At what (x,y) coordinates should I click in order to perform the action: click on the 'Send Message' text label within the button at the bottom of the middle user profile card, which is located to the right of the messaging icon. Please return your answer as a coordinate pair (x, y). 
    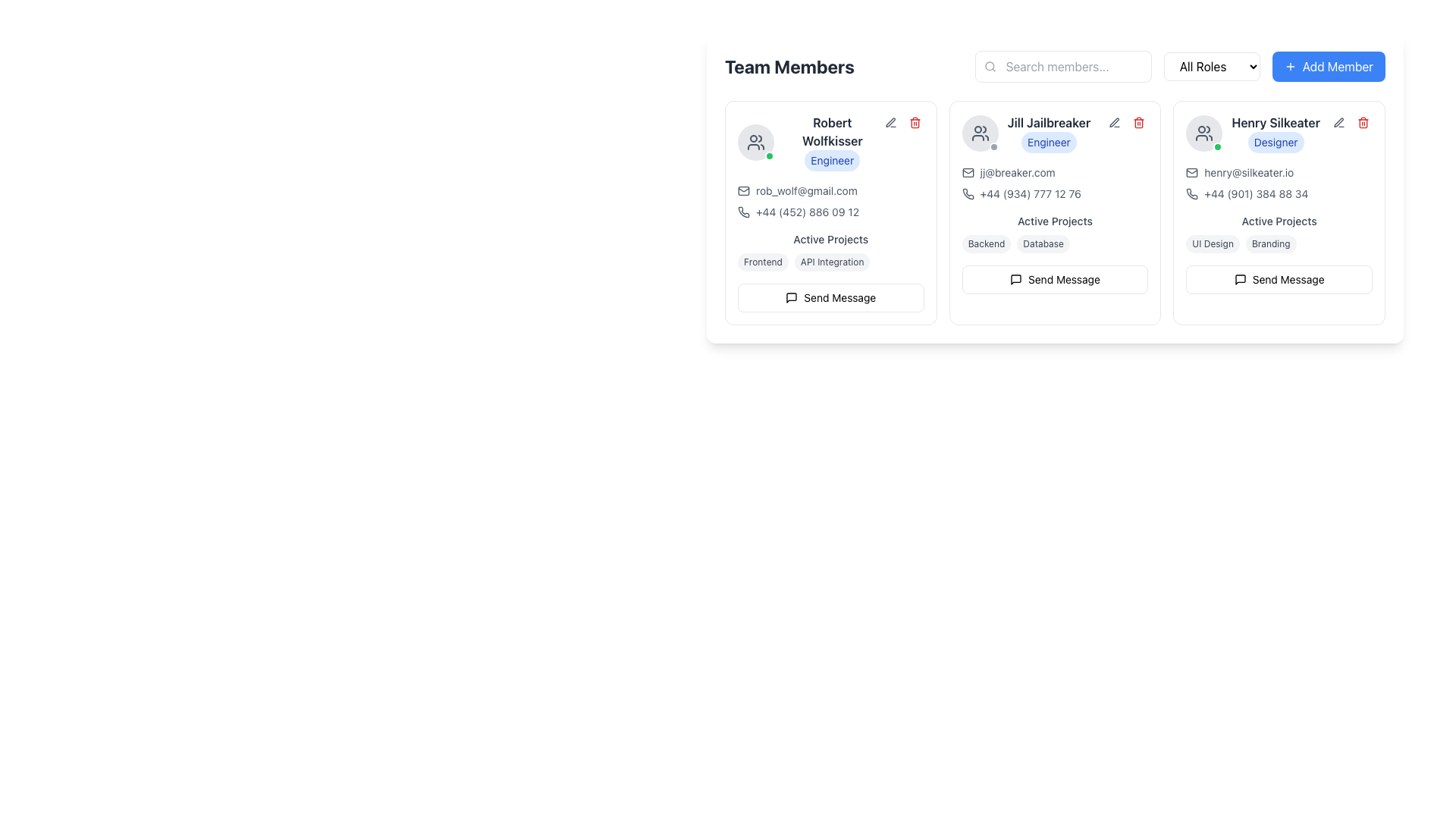
    Looking at the image, I should click on (1063, 280).